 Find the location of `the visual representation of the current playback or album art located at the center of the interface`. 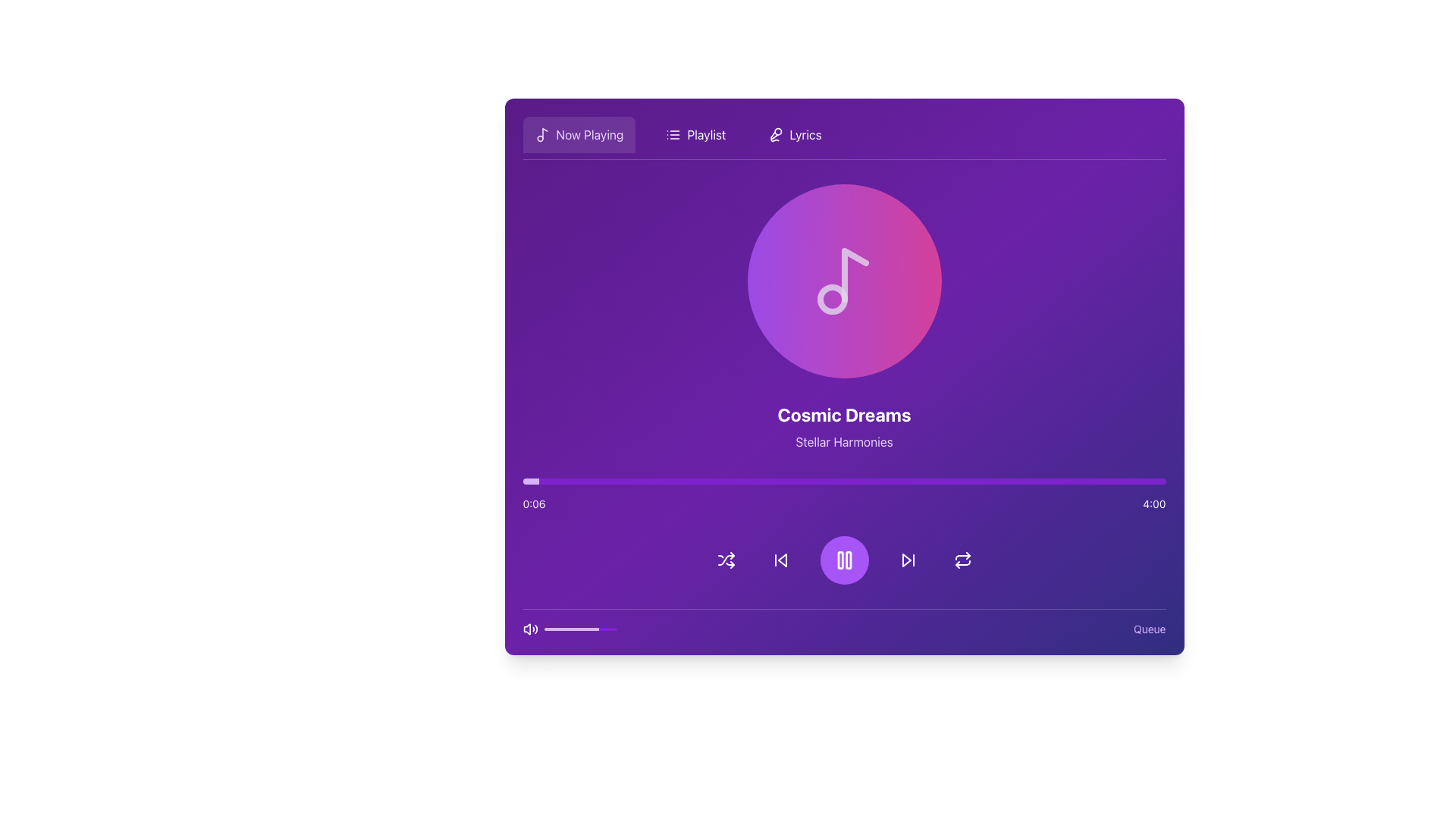

the visual representation of the current playback or album art located at the center of the interface is located at coordinates (843, 281).